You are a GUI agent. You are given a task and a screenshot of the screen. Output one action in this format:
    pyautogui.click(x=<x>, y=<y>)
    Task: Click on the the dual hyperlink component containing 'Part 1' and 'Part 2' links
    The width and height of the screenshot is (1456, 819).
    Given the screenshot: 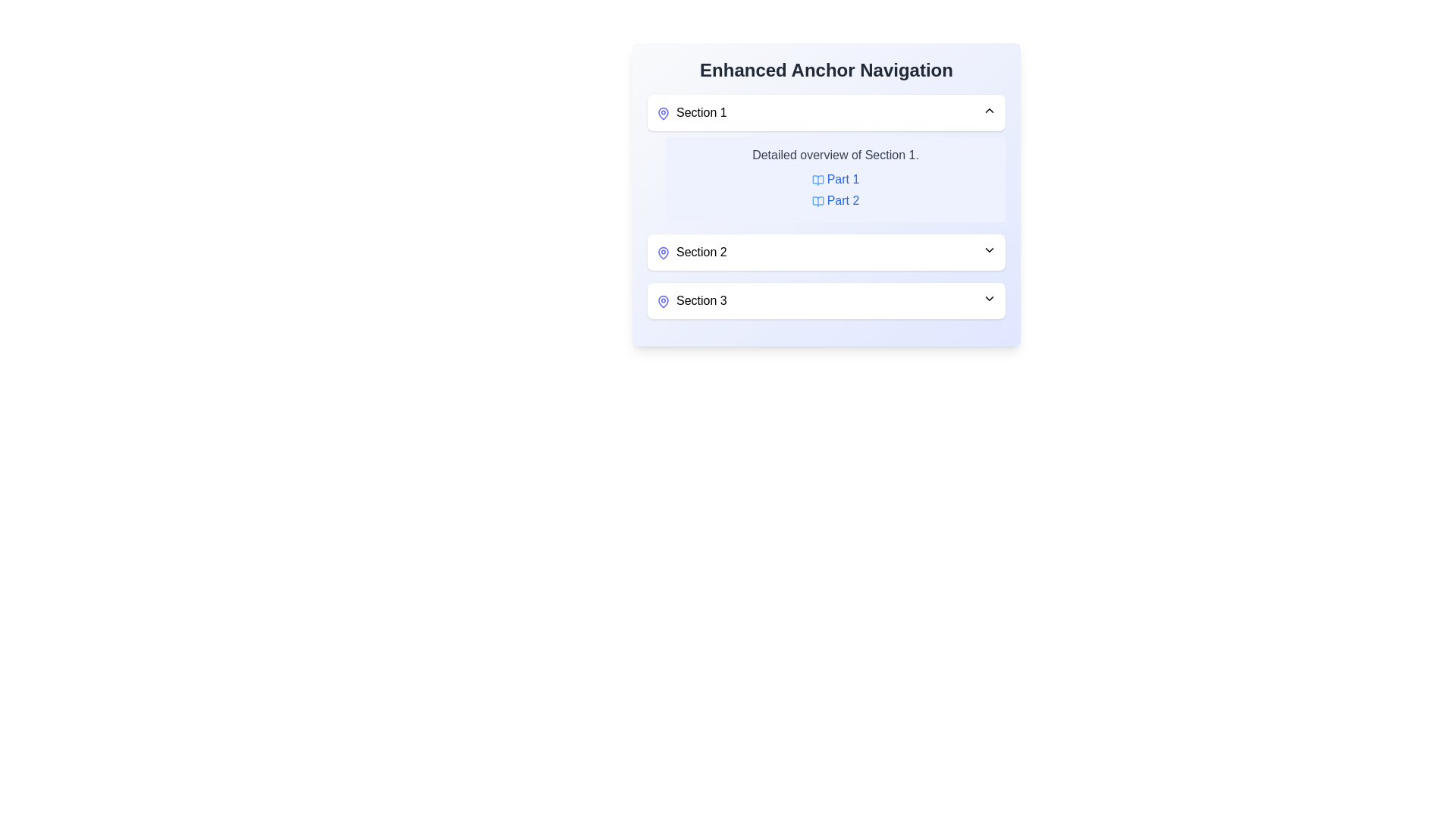 What is the action you would take?
    pyautogui.click(x=835, y=189)
    